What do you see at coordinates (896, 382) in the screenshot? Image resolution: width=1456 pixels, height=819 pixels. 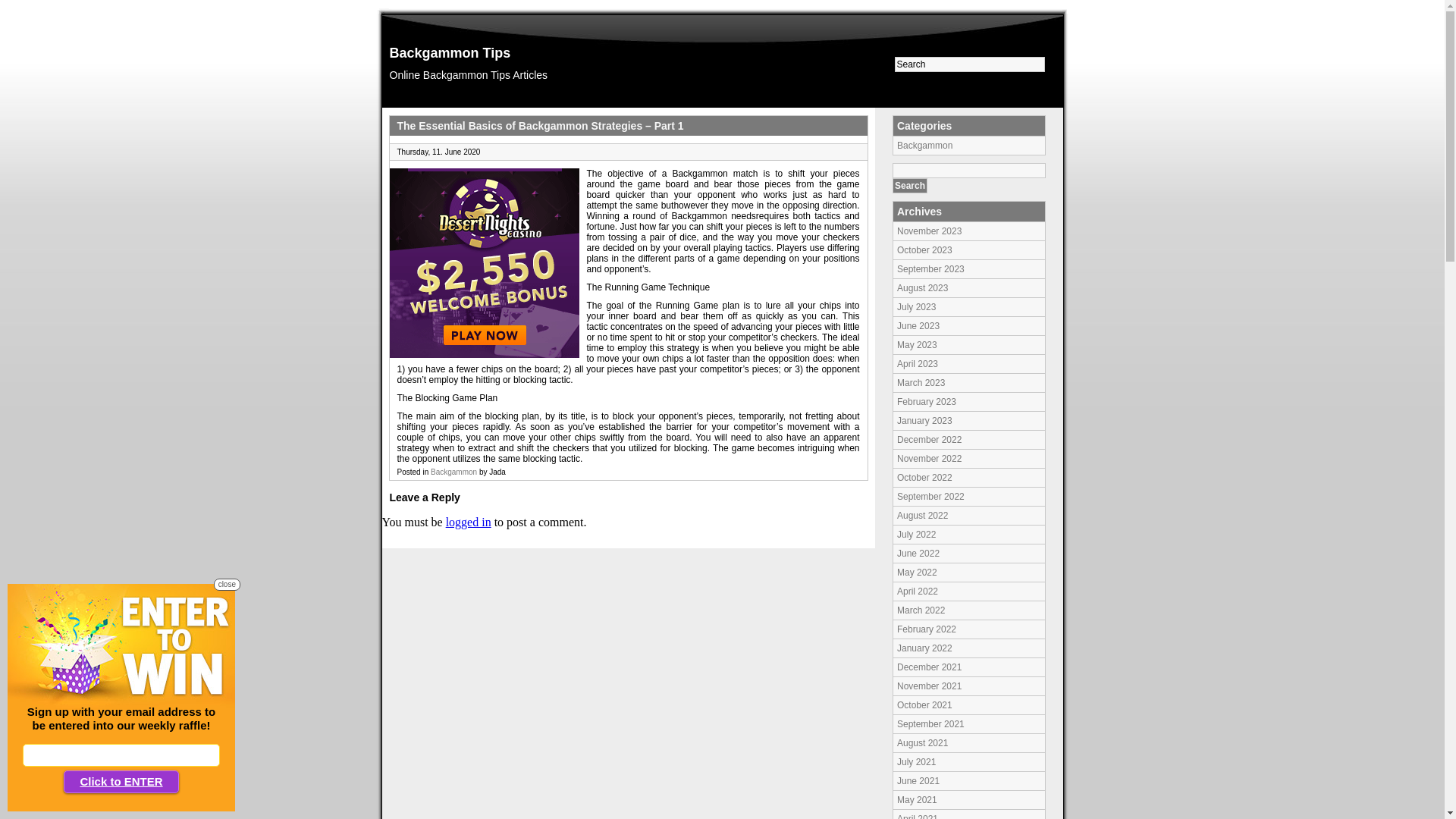 I see `'March 2023'` at bounding box center [896, 382].